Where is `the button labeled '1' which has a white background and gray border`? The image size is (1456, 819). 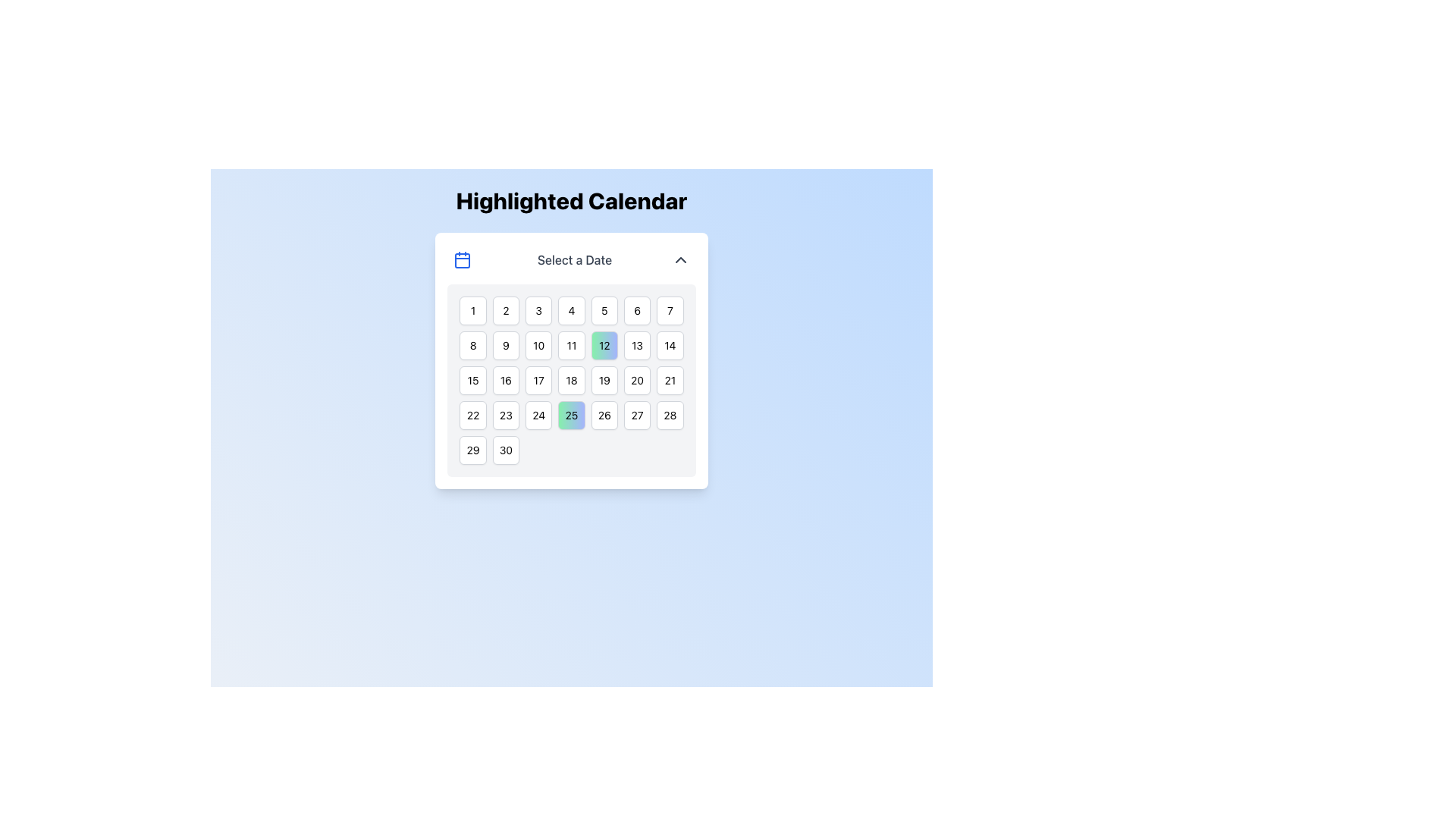 the button labeled '1' which has a white background and gray border is located at coordinates (472, 309).